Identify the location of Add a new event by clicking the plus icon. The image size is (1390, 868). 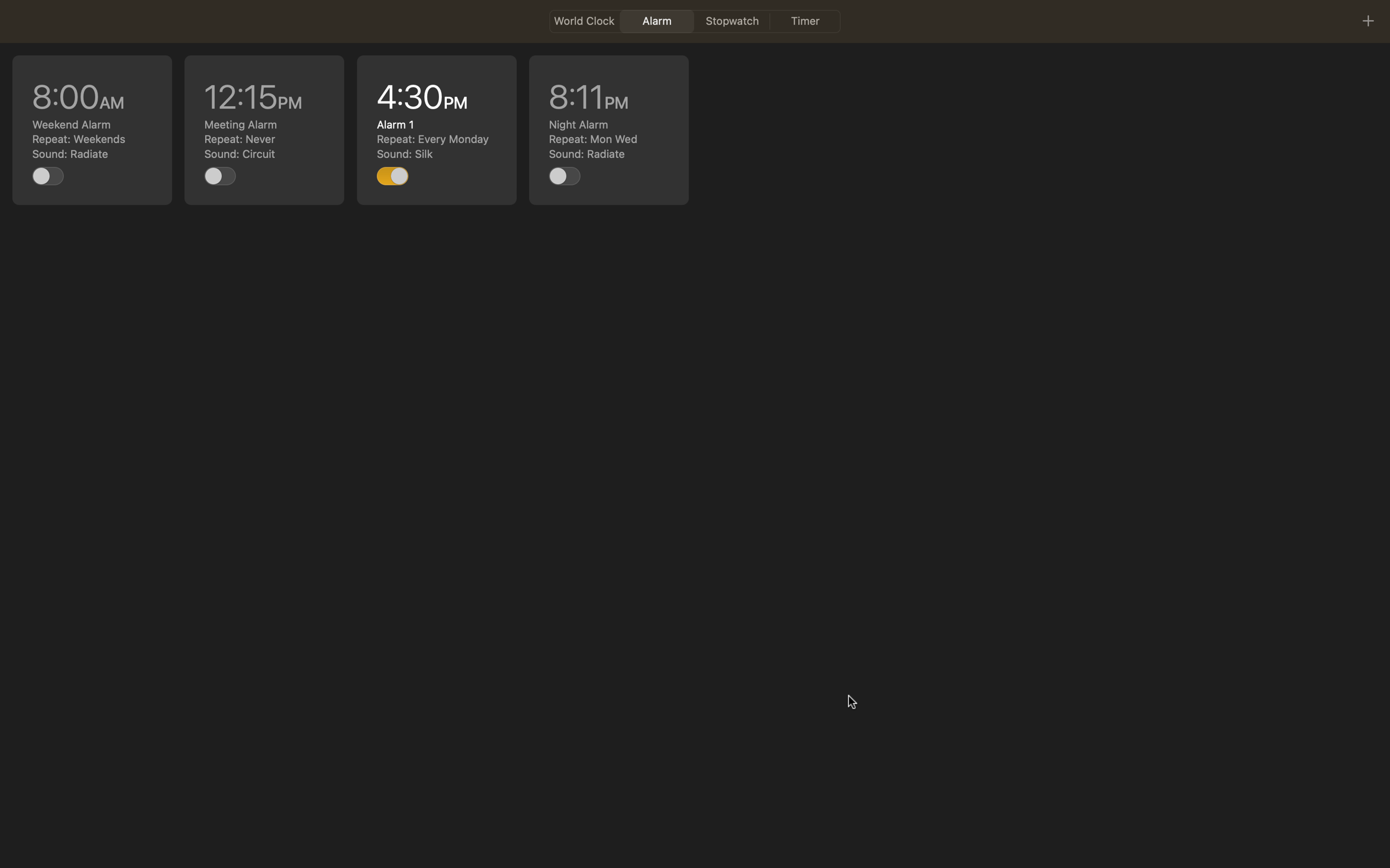
(1367, 20).